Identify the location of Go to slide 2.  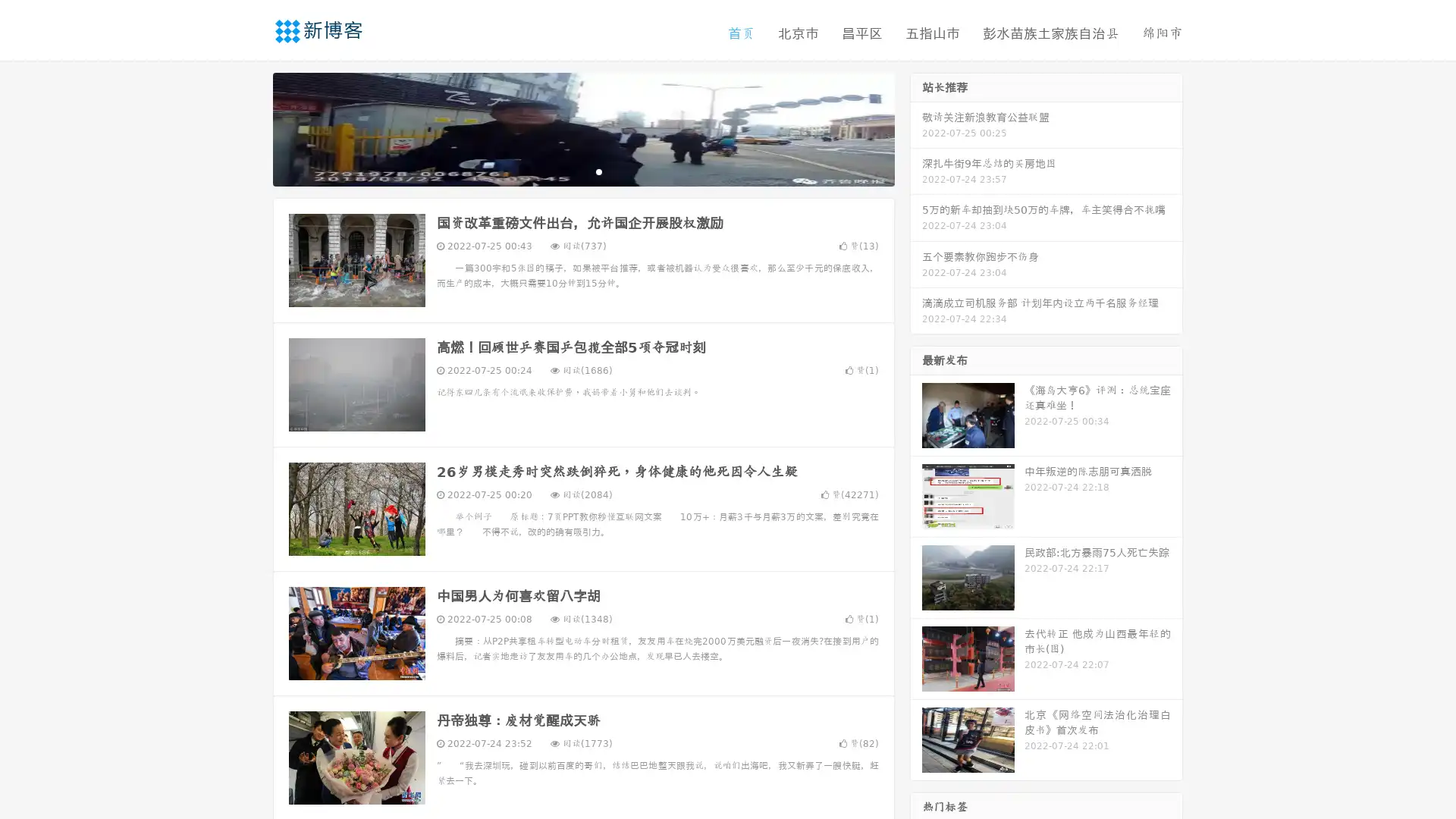
(582, 171).